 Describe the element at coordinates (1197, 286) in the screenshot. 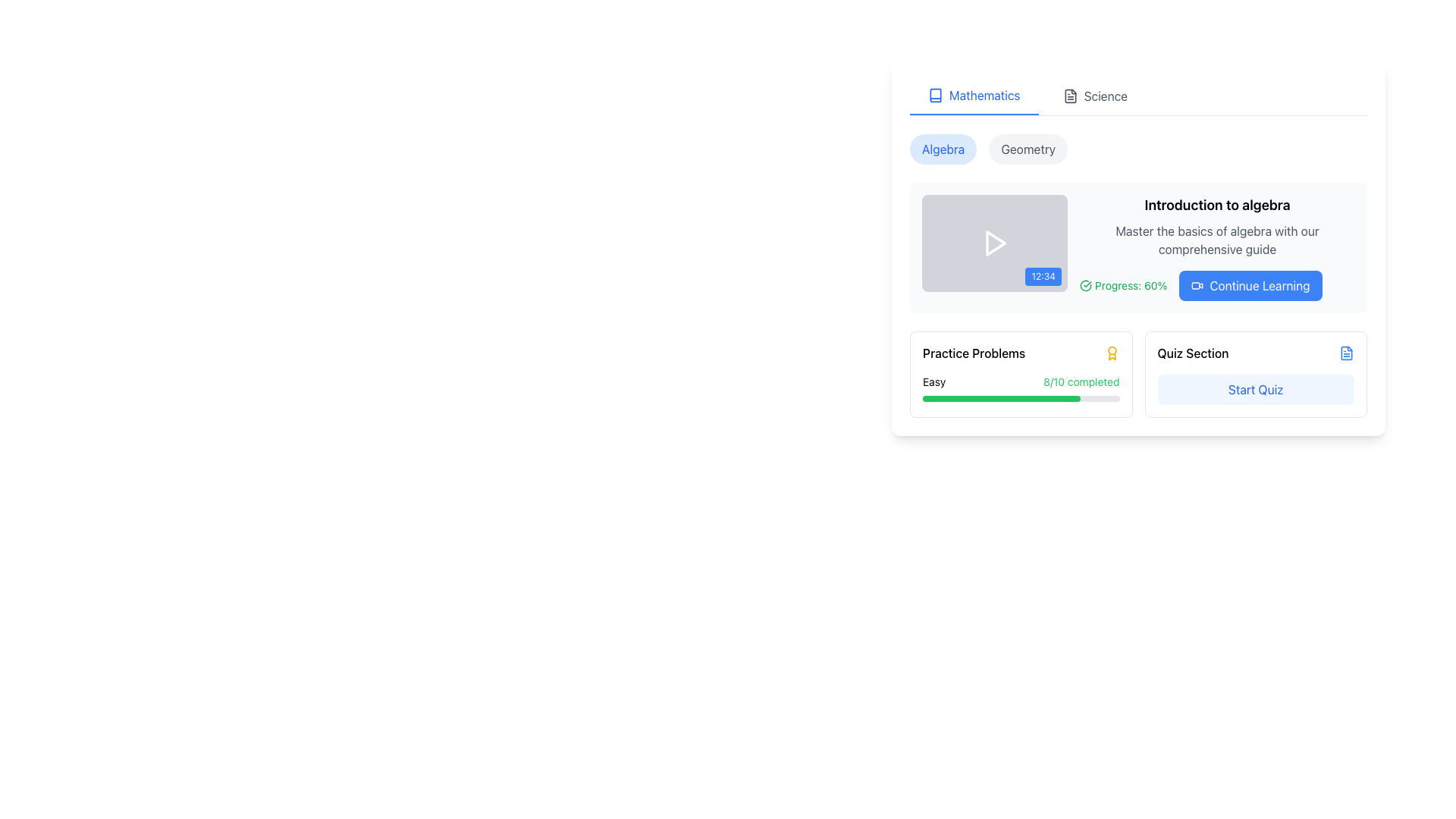

I see `the visual representation of the video camera icon, which is part of the 'Continue Learning' button and features a blue background with a play button on its left side` at that location.